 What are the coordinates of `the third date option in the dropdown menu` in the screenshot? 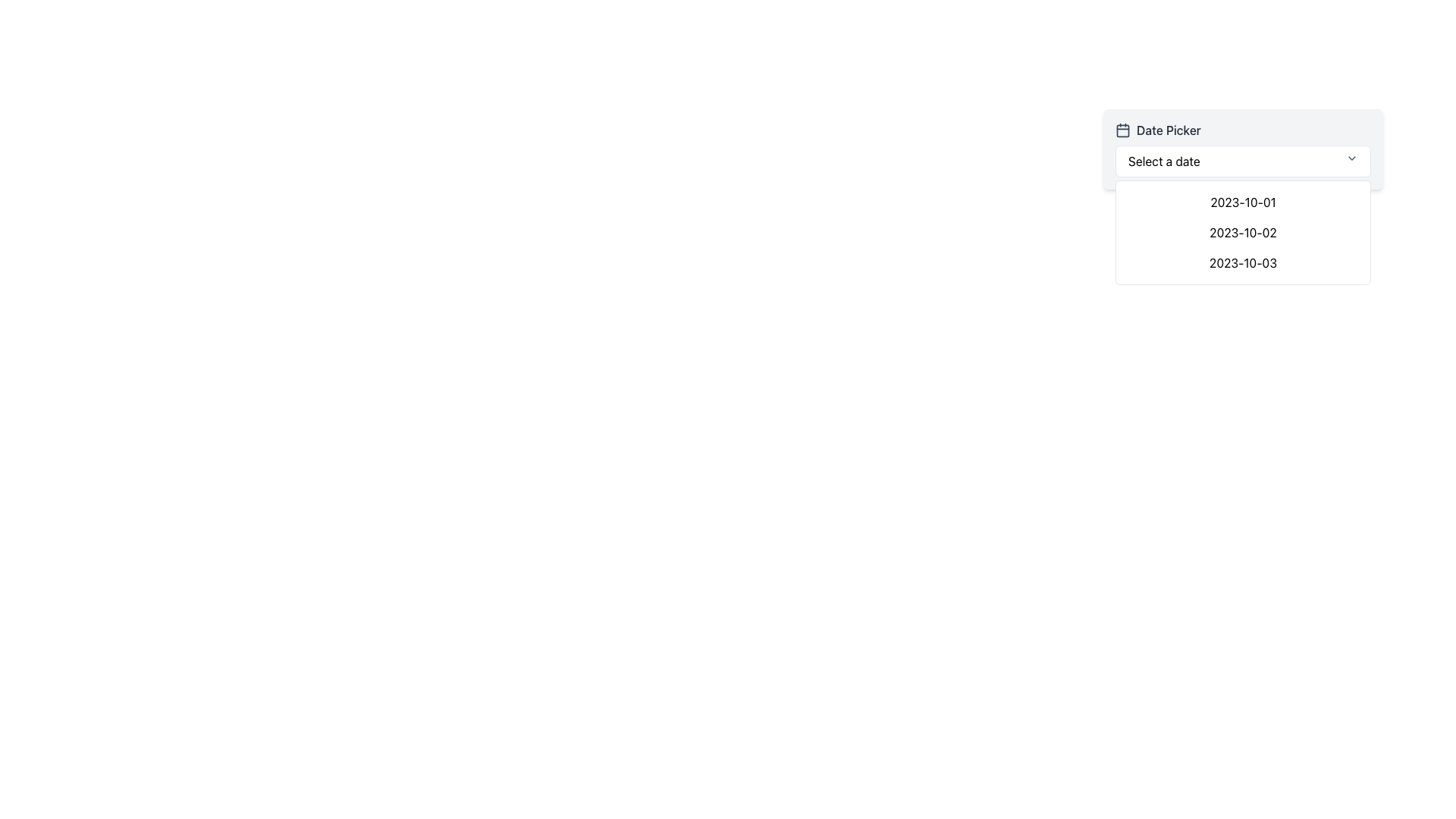 It's located at (1243, 262).